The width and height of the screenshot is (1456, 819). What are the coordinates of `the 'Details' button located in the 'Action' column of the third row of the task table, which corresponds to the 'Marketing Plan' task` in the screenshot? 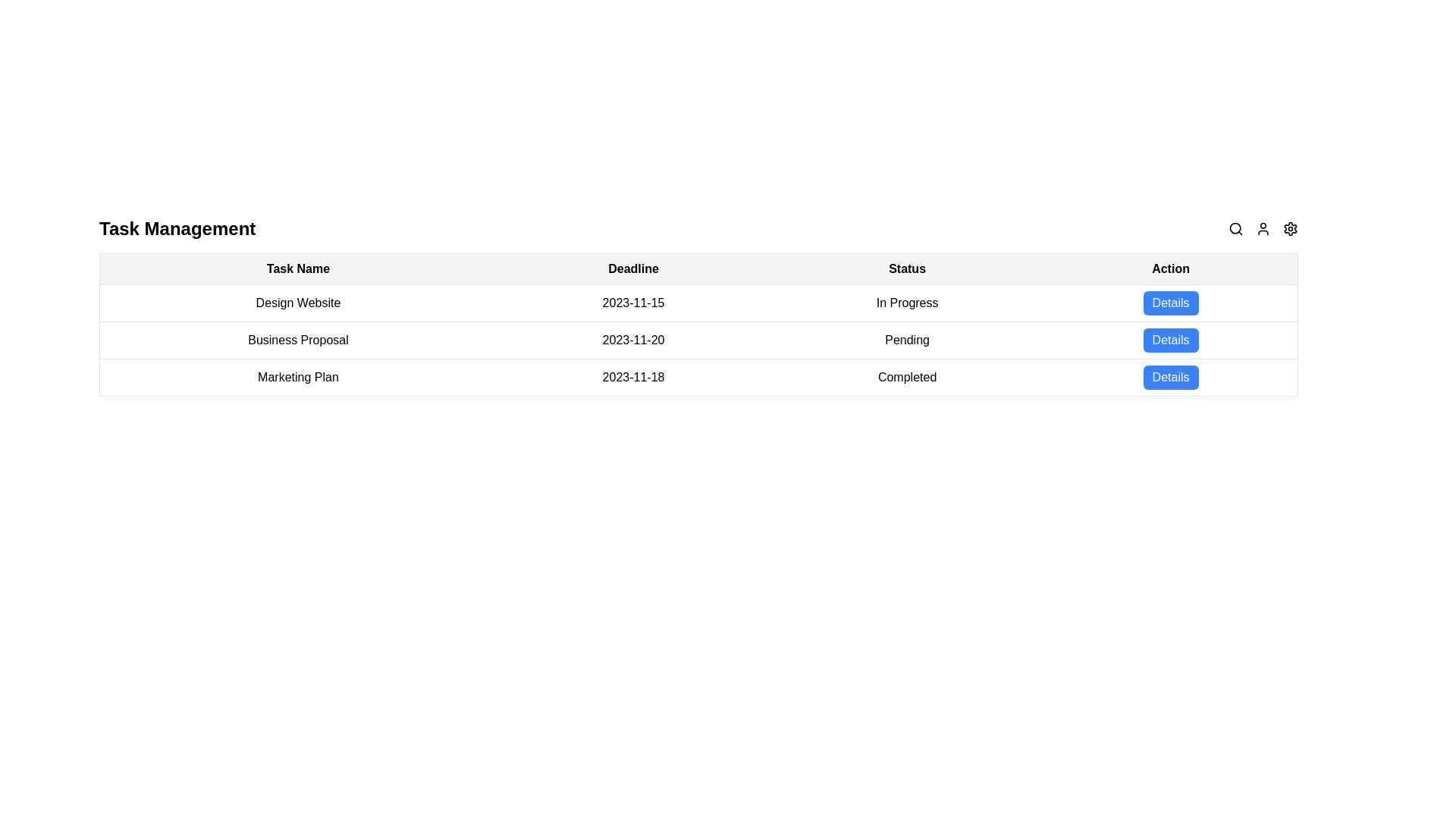 It's located at (1170, 376).